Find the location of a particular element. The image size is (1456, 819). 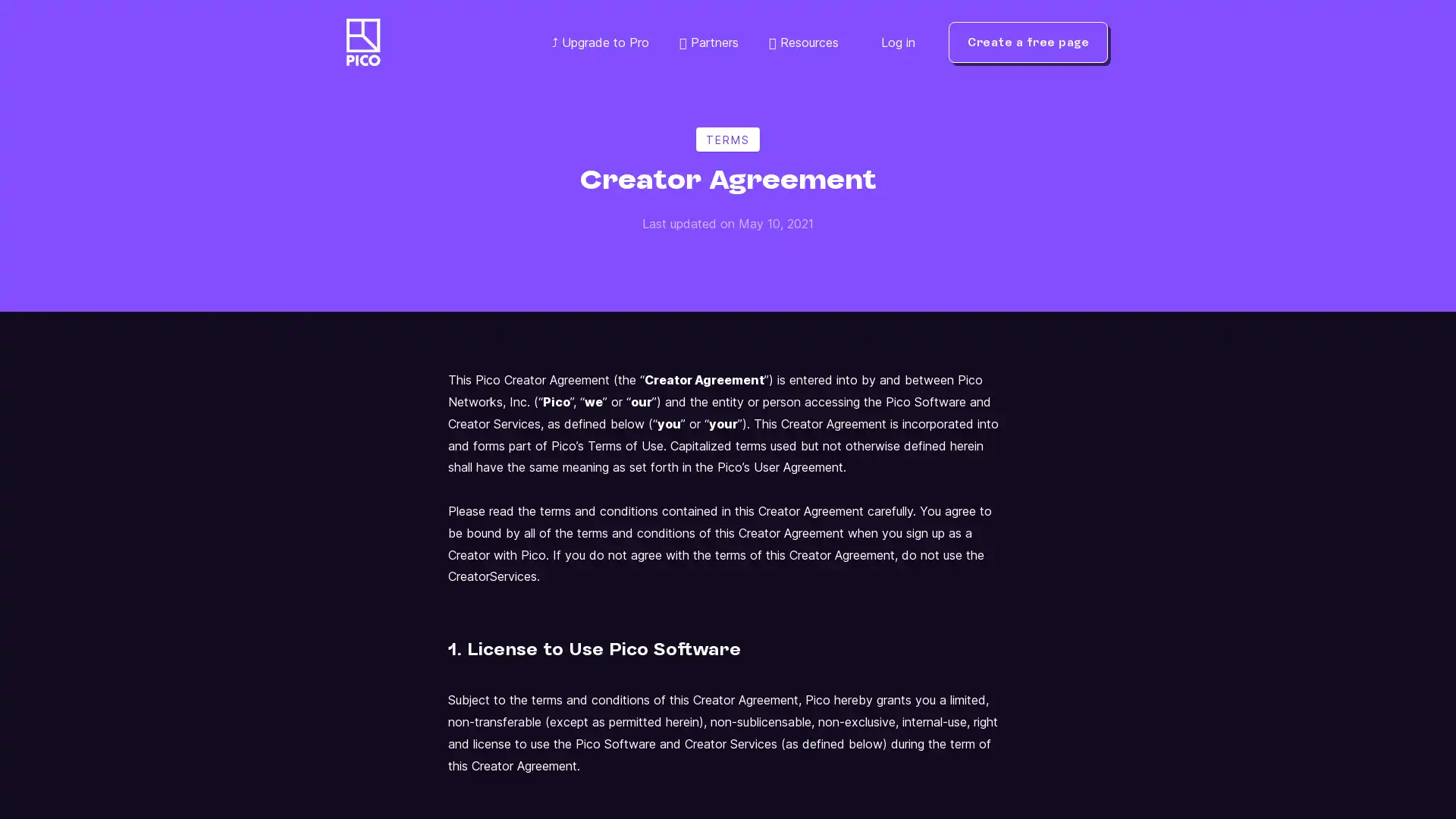

Preferences is located at coordinates (1007, 748).